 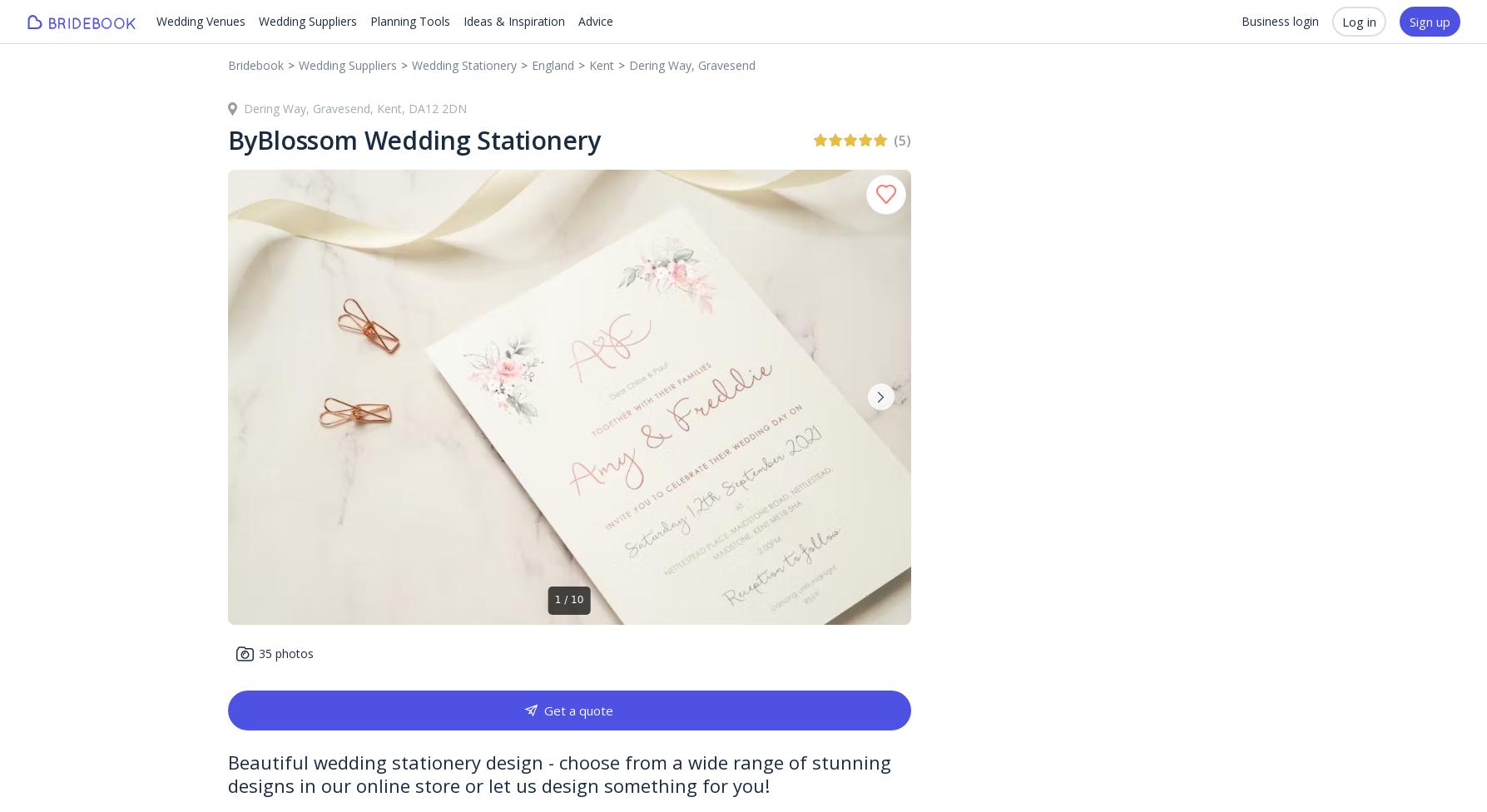 What do you see at coordinates (891, 138) in the screenshot?
I see `'('` at bounding box center [891, 138].